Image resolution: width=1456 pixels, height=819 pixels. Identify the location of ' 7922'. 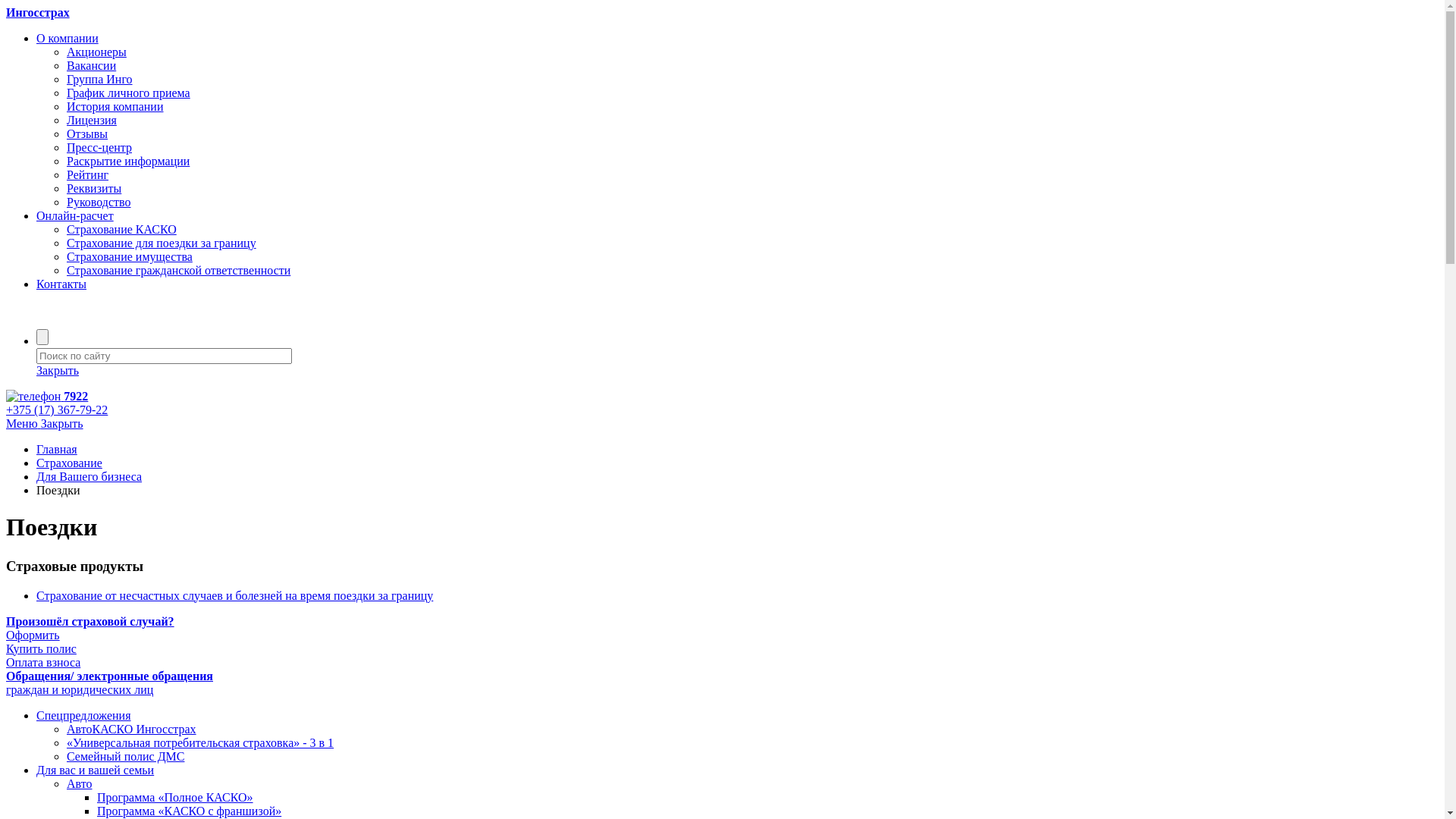
(6, 396).